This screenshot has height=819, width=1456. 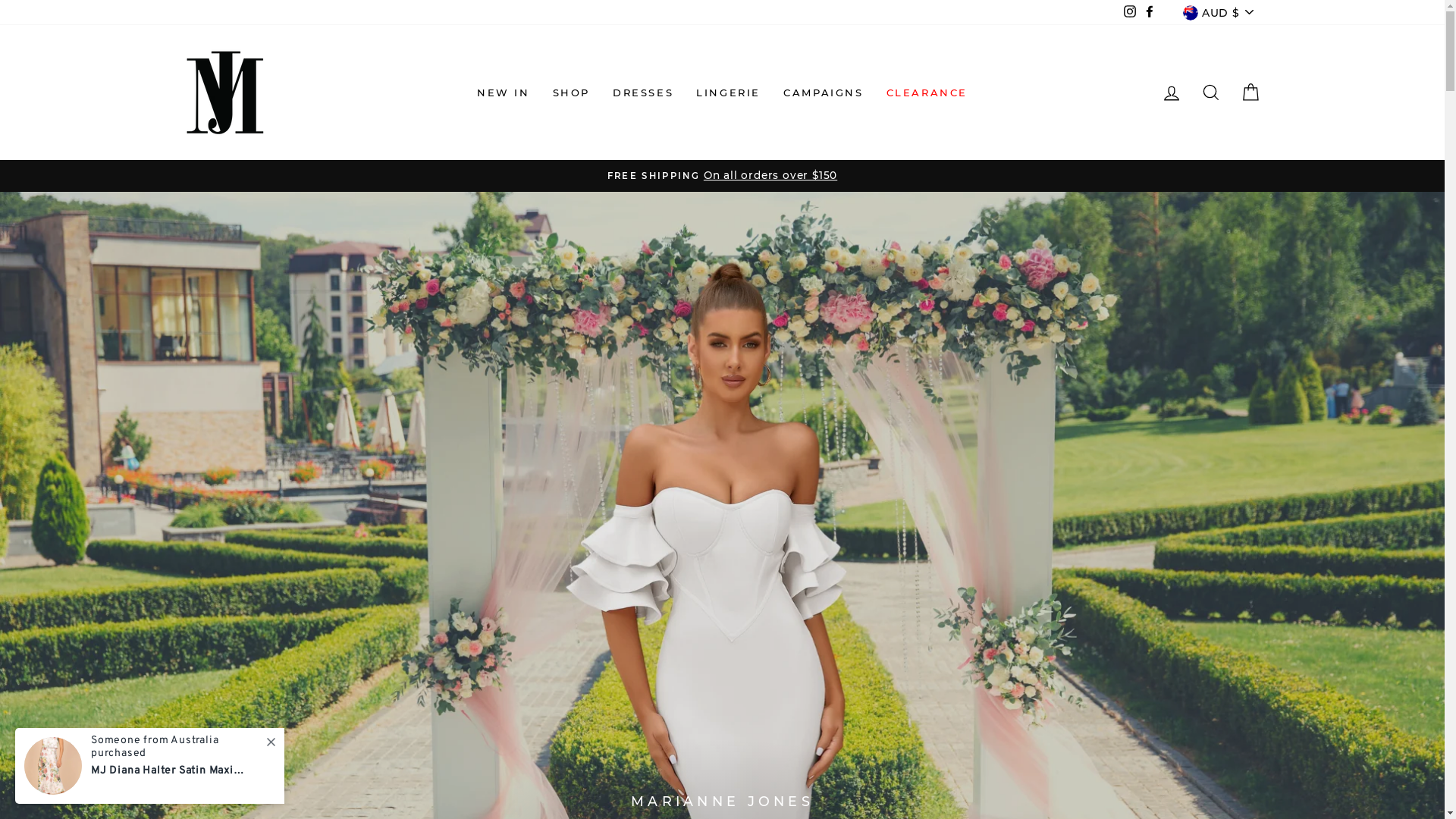 I want to click on 'CLEARANCE', so click(x=926, y=93).